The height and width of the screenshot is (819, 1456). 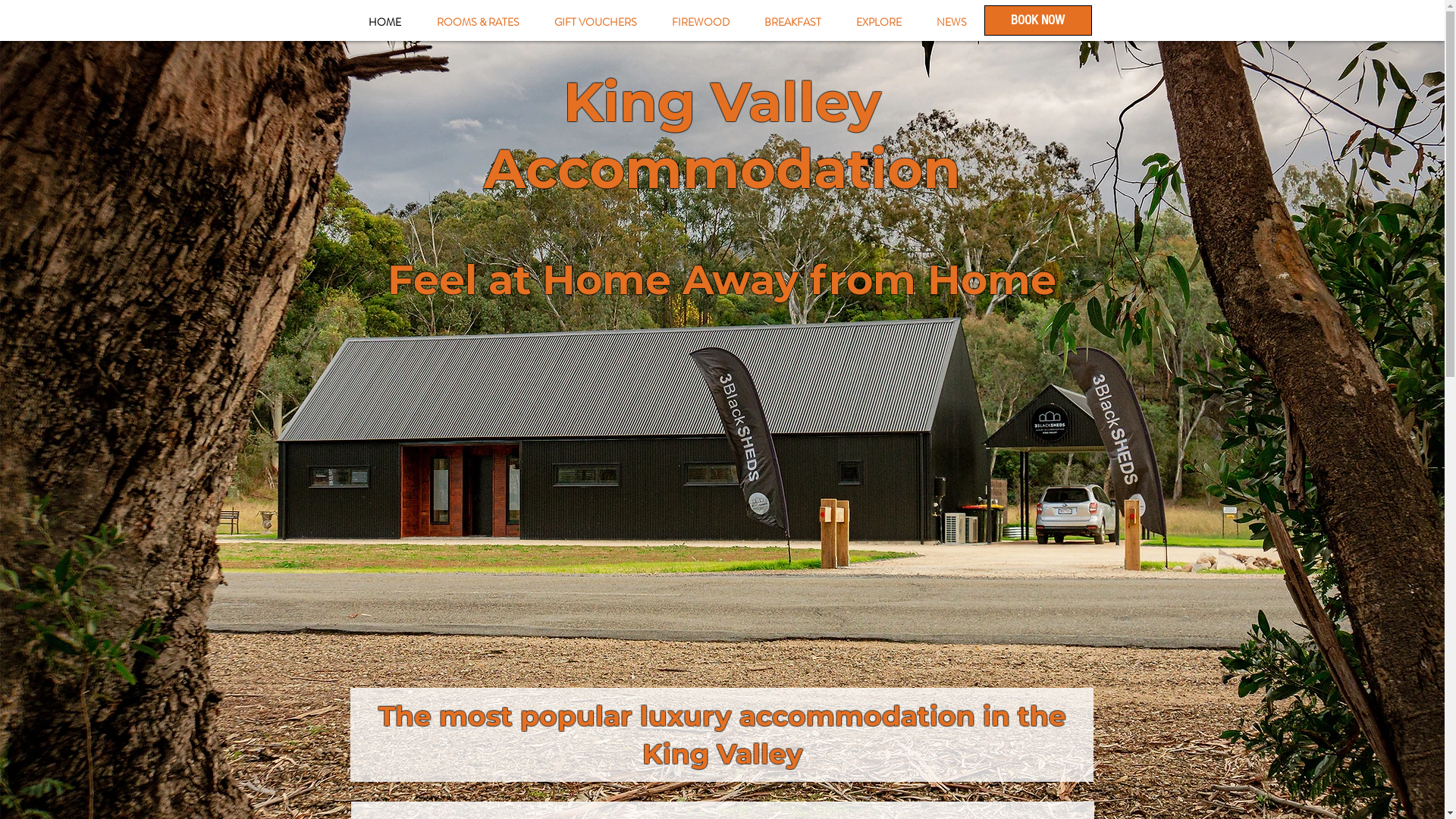 What do you see at coordinates (537, 22) in the screenshot?
I see `'GIFT VOUCHERS'` at bounding box center [537, 22].